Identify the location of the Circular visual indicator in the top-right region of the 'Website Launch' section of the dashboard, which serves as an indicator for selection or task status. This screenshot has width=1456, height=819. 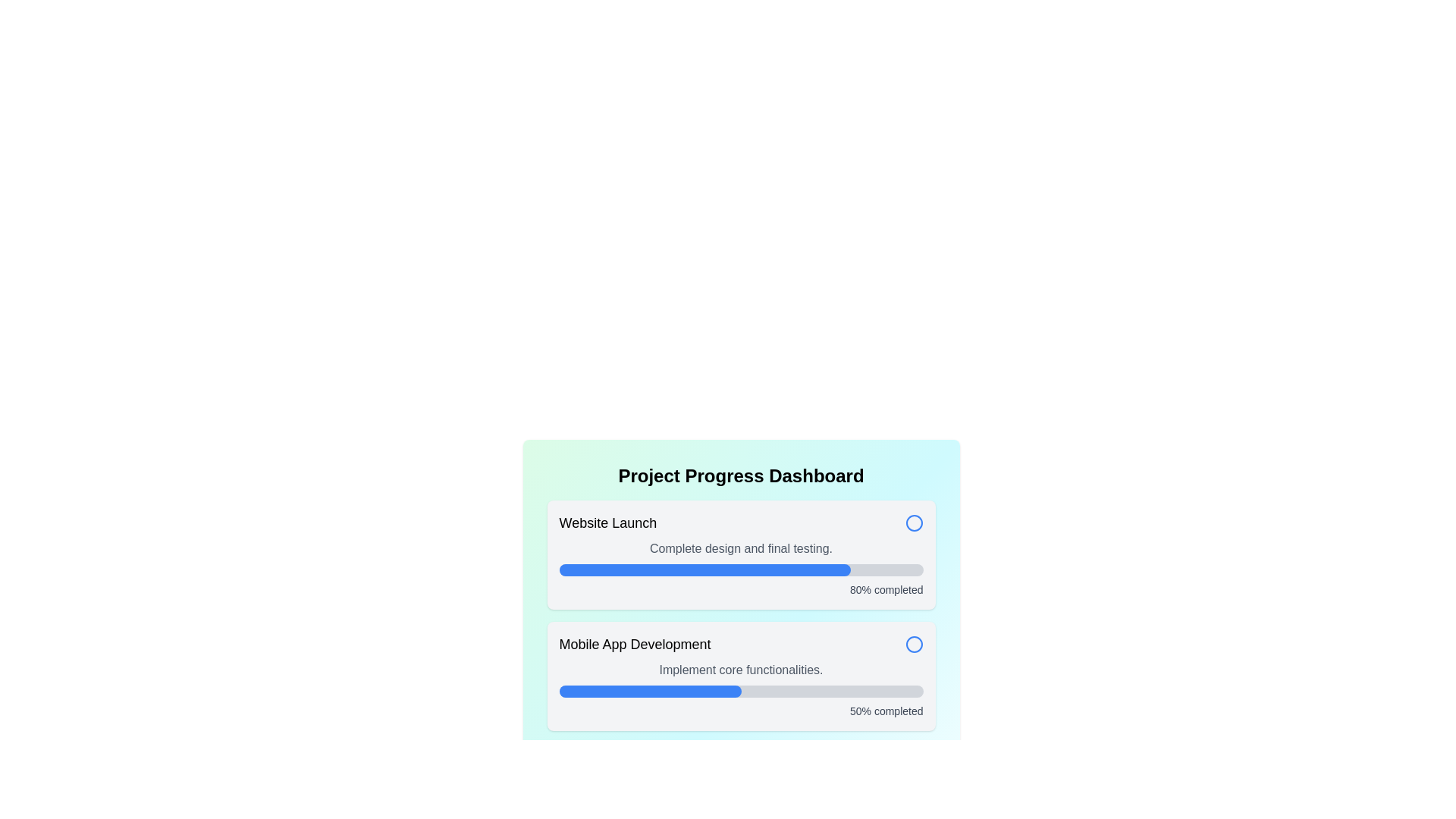
(913, 644).